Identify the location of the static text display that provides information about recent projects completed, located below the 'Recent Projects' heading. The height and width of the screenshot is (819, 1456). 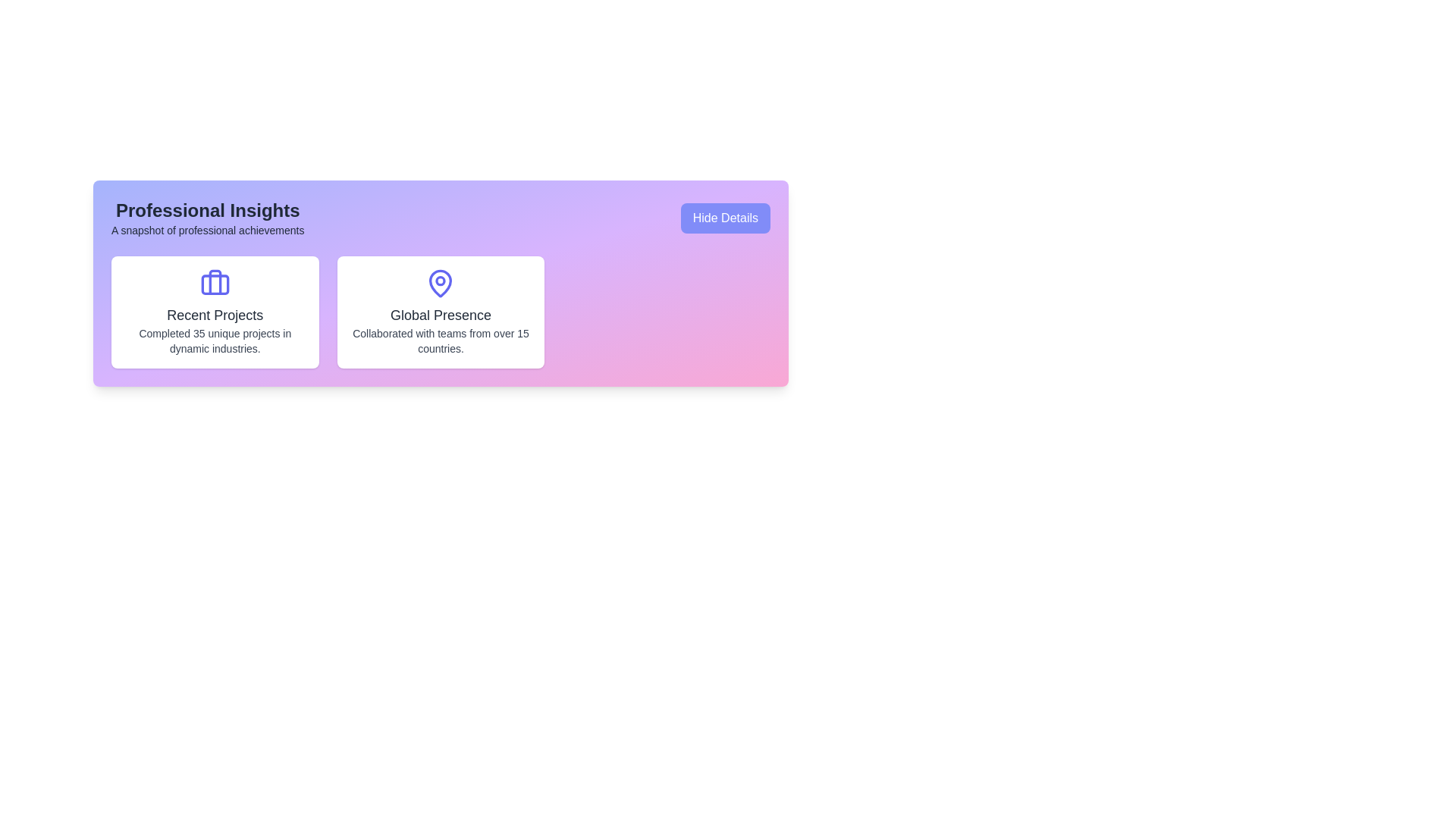
(214, 341).